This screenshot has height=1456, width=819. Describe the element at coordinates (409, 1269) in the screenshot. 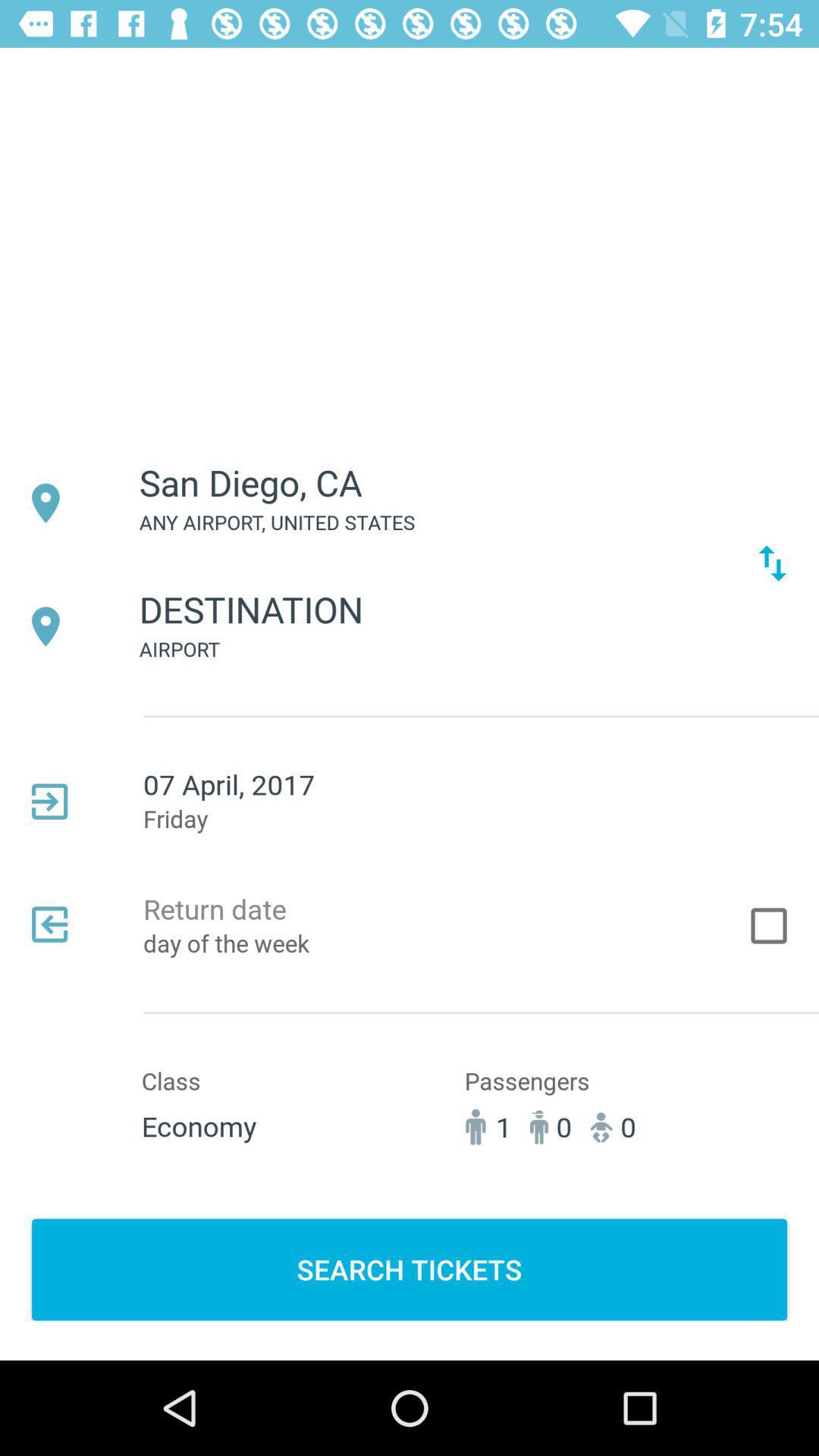

I see `the search tickets button` at that location.